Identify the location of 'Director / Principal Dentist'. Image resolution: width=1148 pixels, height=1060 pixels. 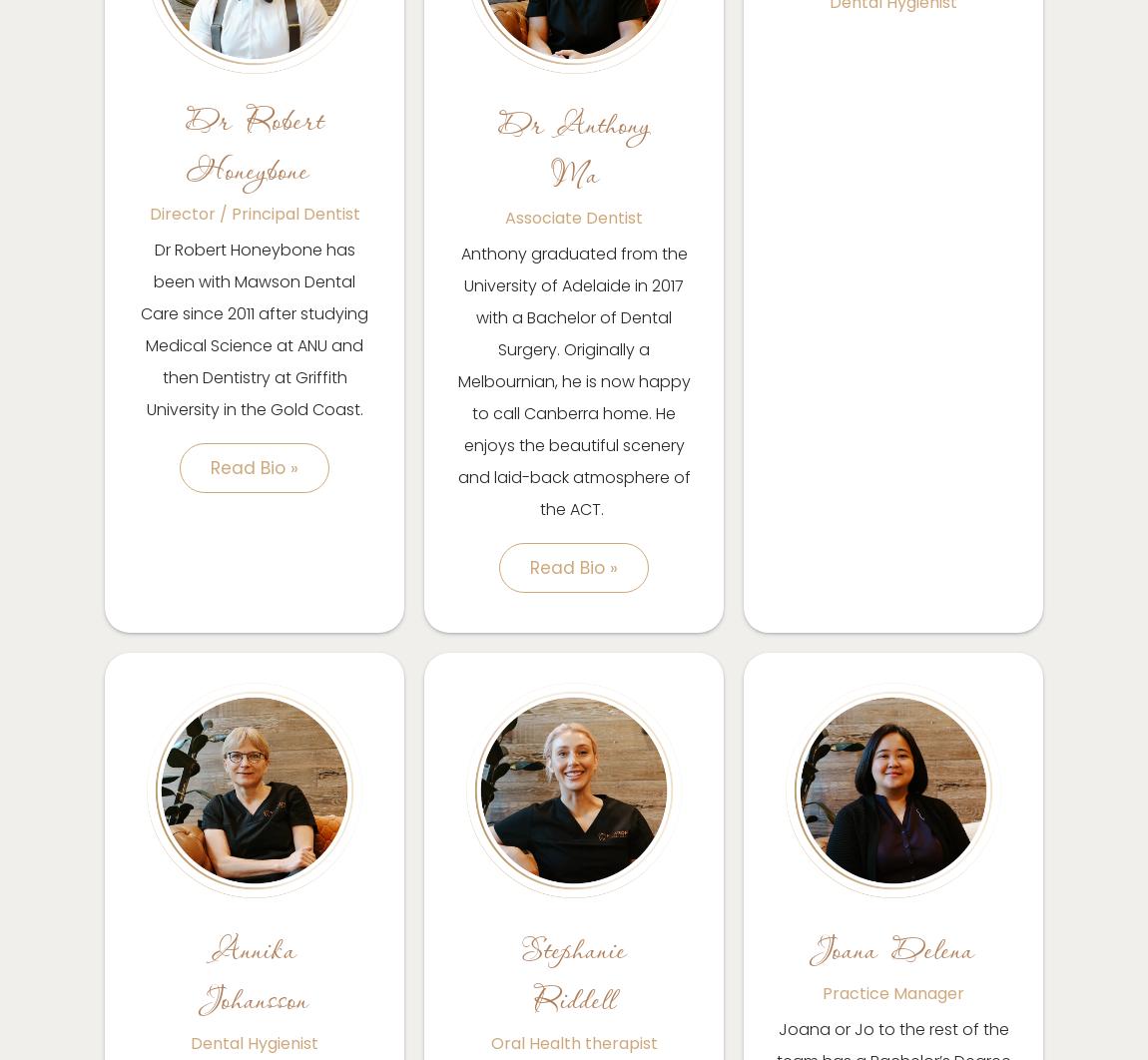
(148, 214).